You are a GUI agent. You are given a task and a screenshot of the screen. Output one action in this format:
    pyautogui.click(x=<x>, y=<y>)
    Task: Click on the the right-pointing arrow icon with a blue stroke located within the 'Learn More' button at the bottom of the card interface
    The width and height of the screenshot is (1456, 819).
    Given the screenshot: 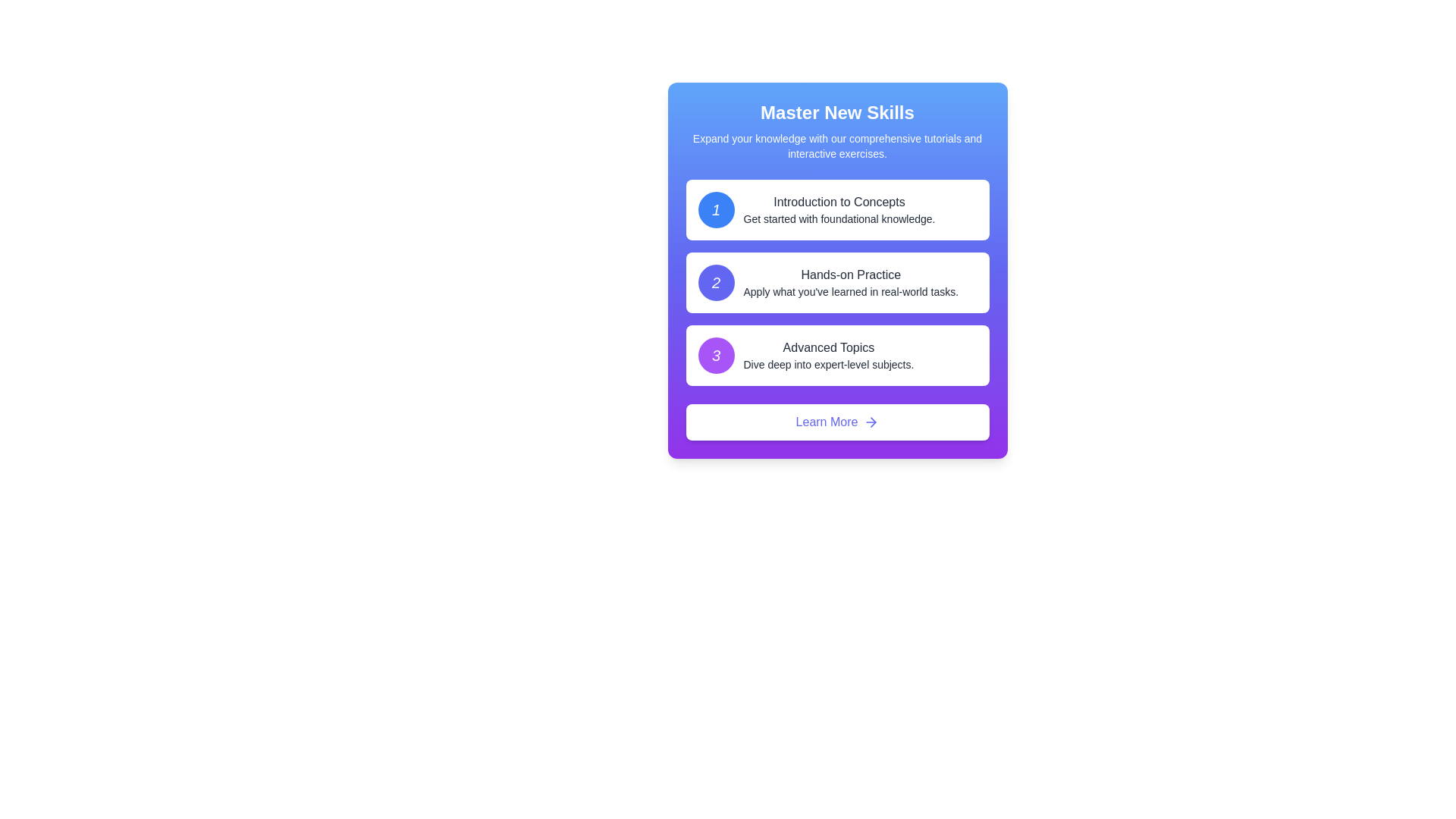 What is the action you would take?
    pyautogui.click(x=871, y=422)
    